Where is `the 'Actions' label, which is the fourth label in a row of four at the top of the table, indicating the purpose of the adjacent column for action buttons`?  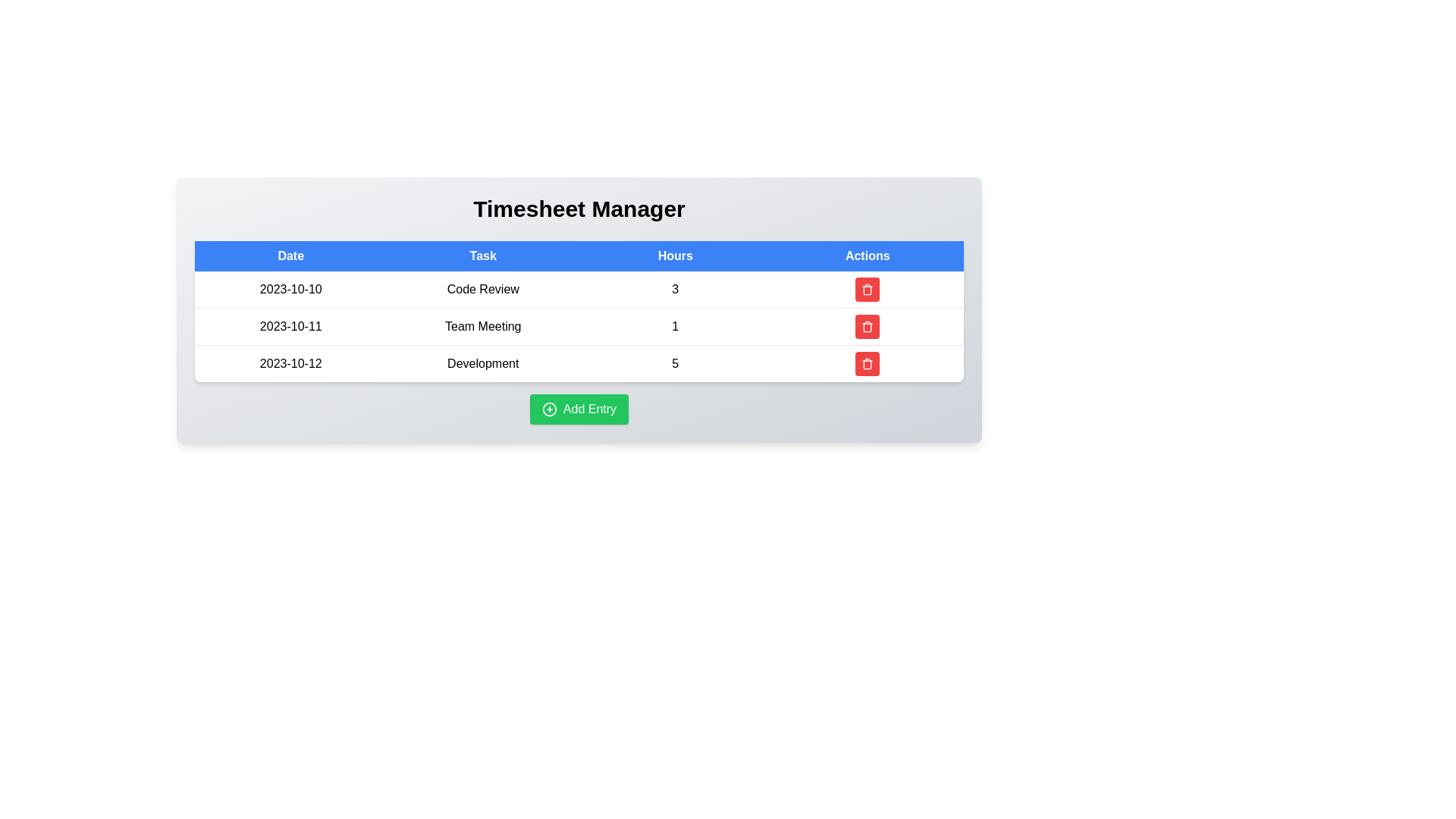
the 'Actions' label, which is the fourth label in a row of four at the top of the table, indicating the purpose of the adjacent column for action buttons is located at coordinates (868, 256).